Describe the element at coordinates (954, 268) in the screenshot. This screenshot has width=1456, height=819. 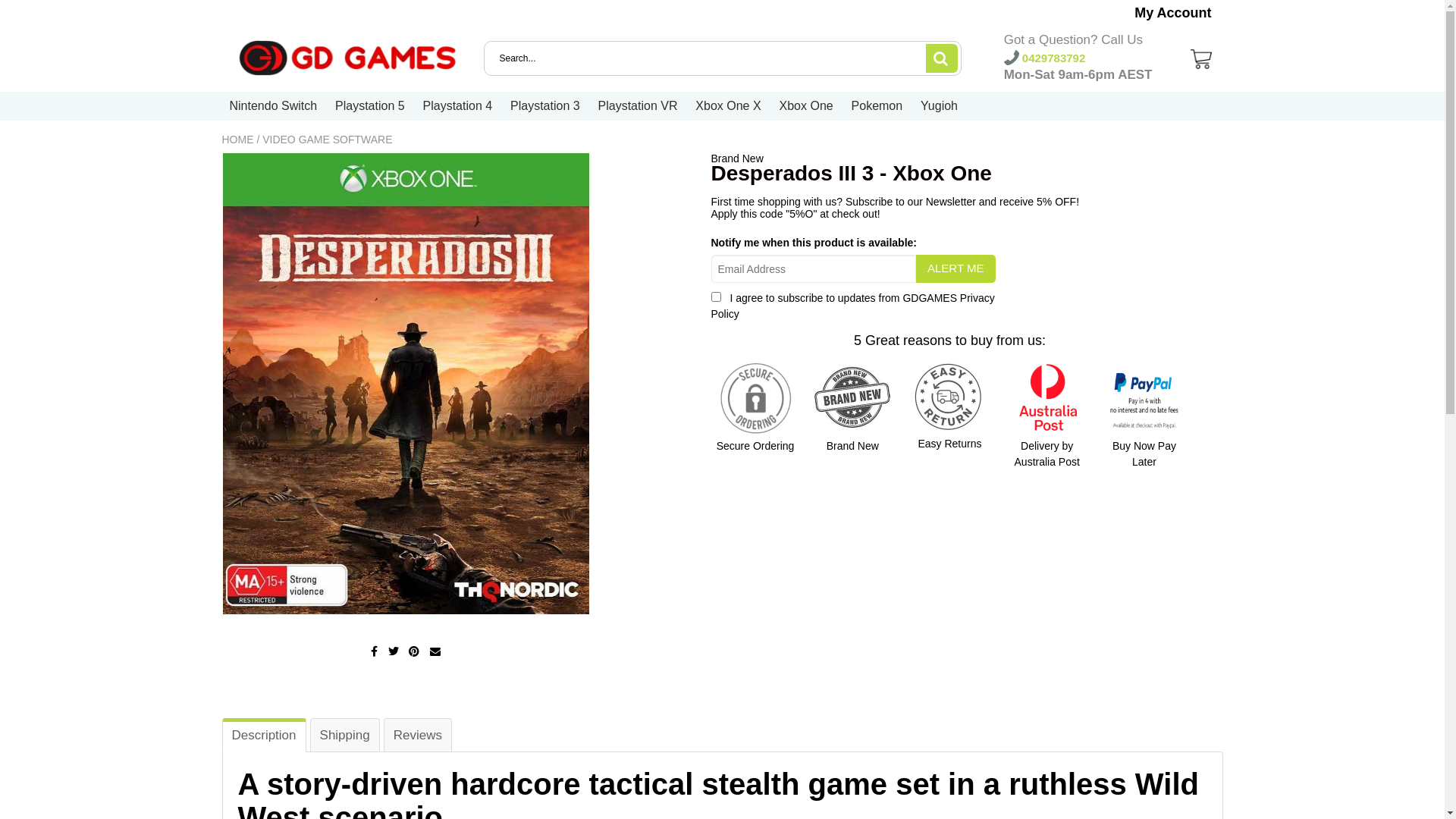
I see `'Alert Me'` at that location.